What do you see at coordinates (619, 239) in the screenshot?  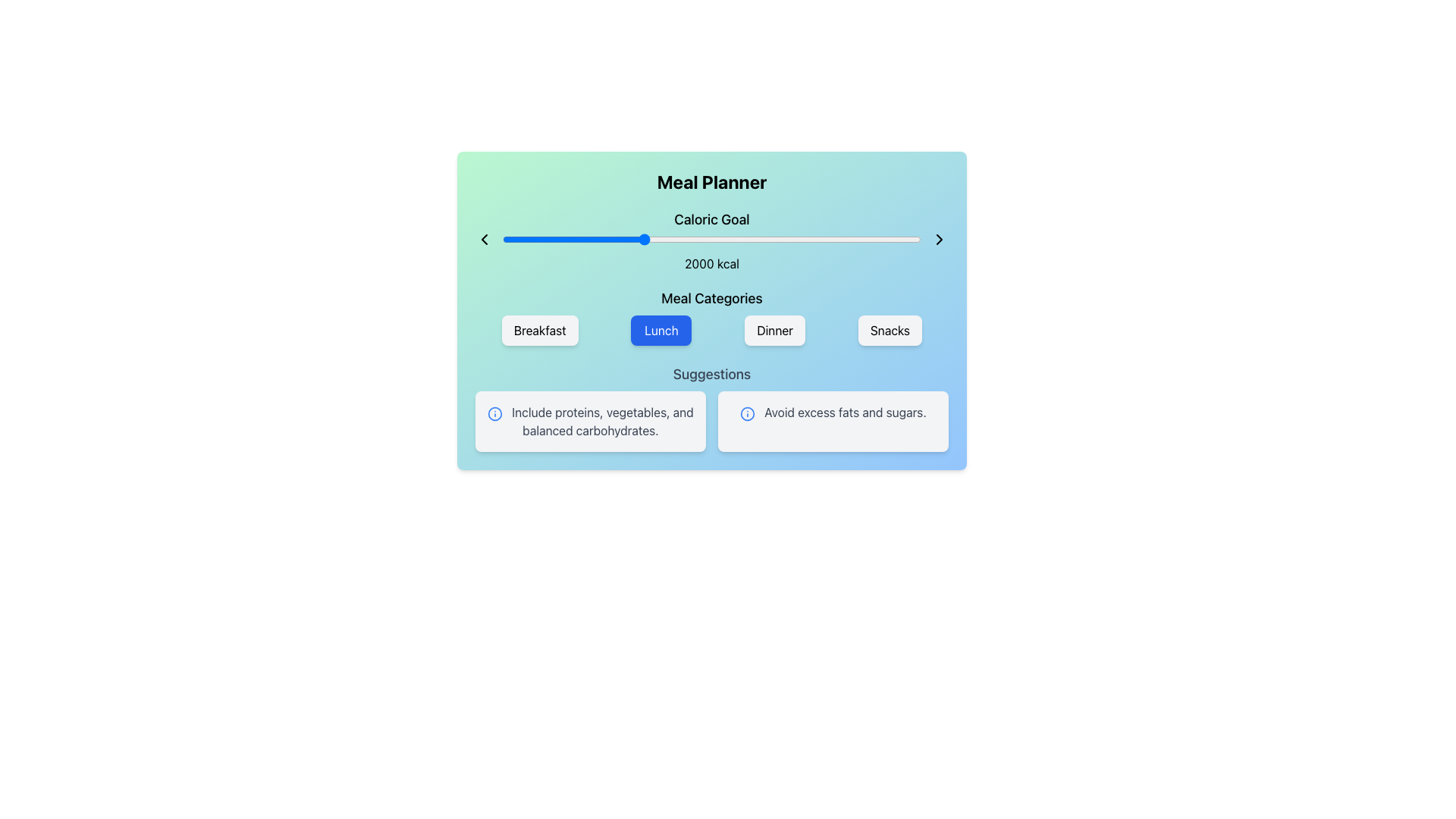 I see `the caloric goal` at bounding box center [619, 239].